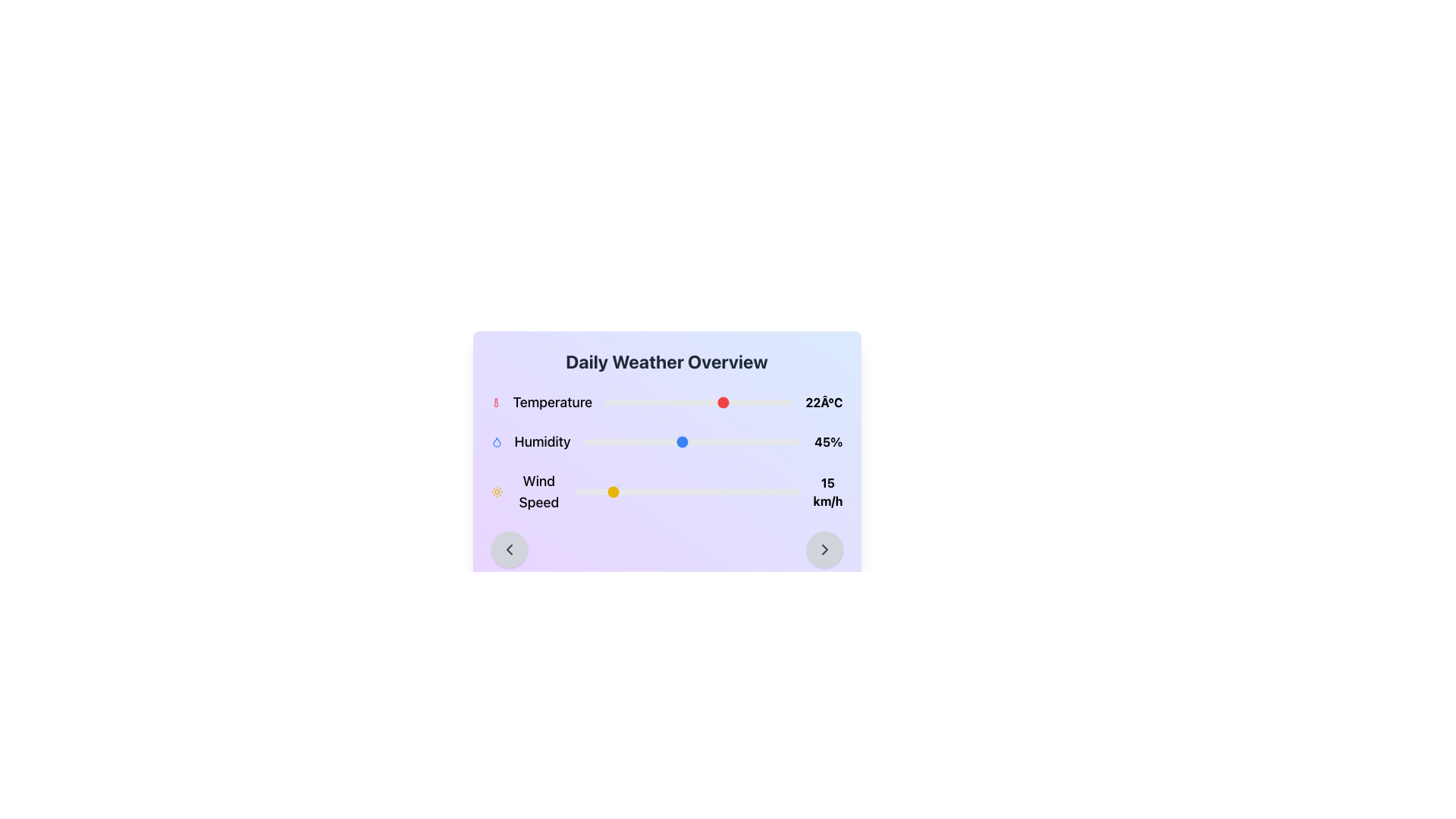 This screenshot has height=819, width=1456. I want to click on text content of the label indicating humidity levels, located within the 'flex items-center space-x-4' group, adjacent to the progress bar and blue water droplet icon, so click(542, 441).